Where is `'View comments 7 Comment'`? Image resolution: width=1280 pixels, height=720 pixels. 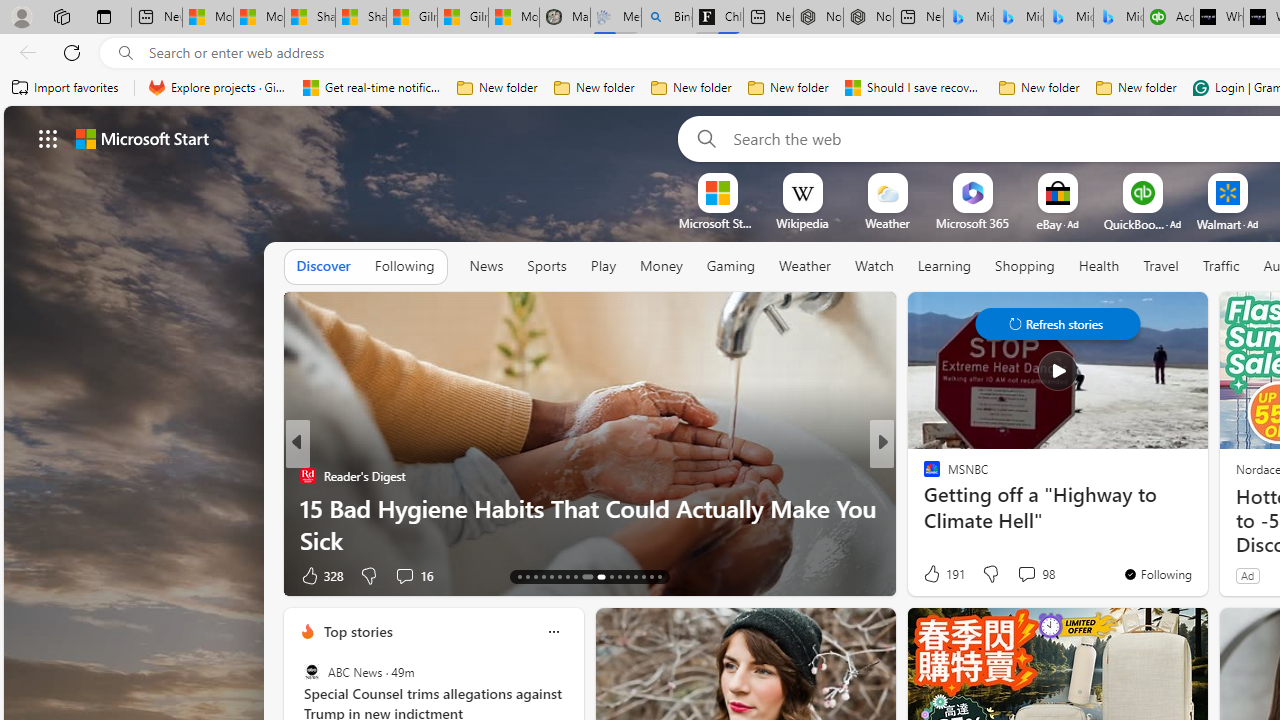 'View comments 7 Comment' is located at coordinates (1020, 575).